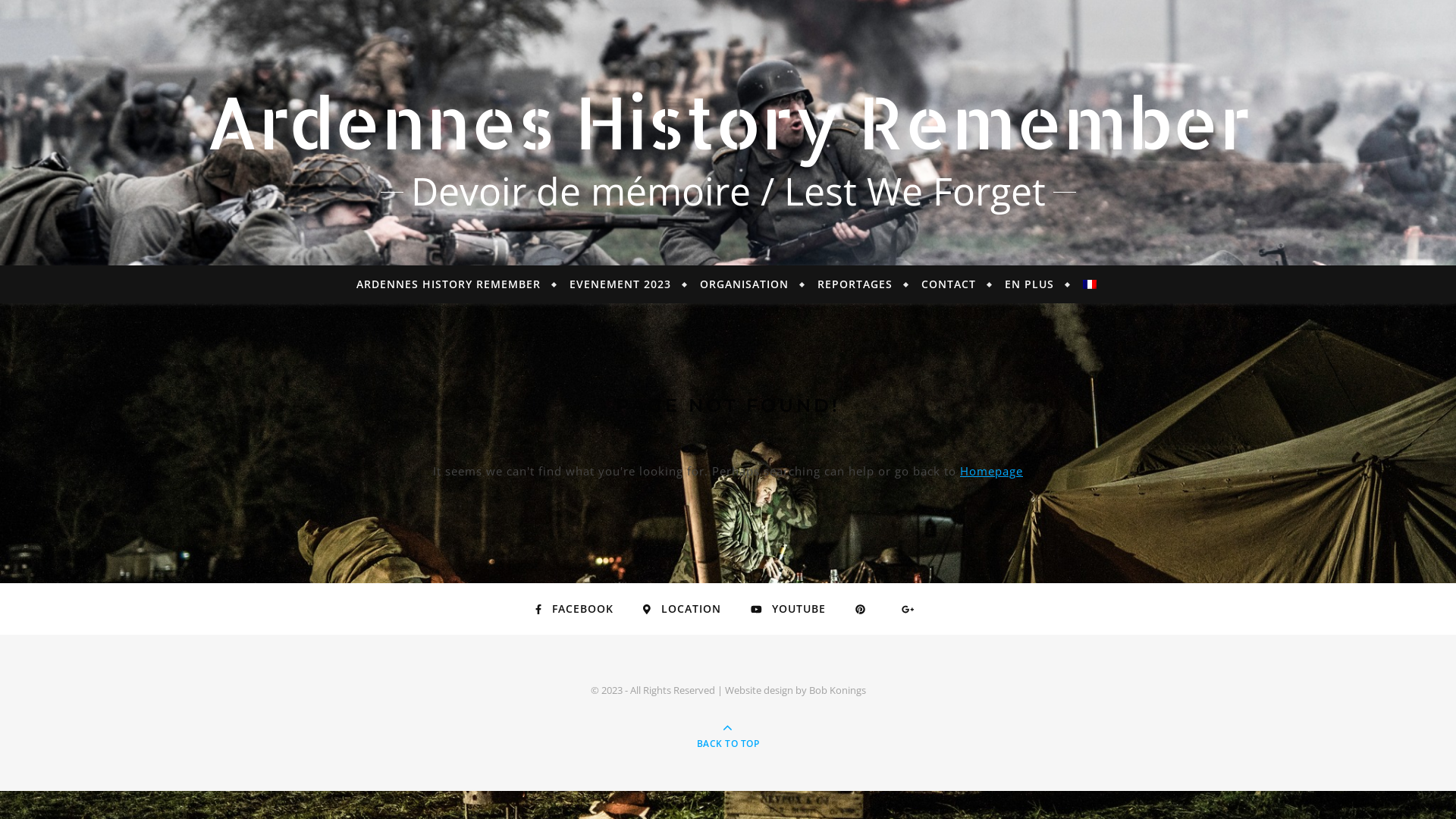  What do you see at coordinates (948, 284) in the screenshot?
I see `'CONTACT'` at bounding box center [948, 284].